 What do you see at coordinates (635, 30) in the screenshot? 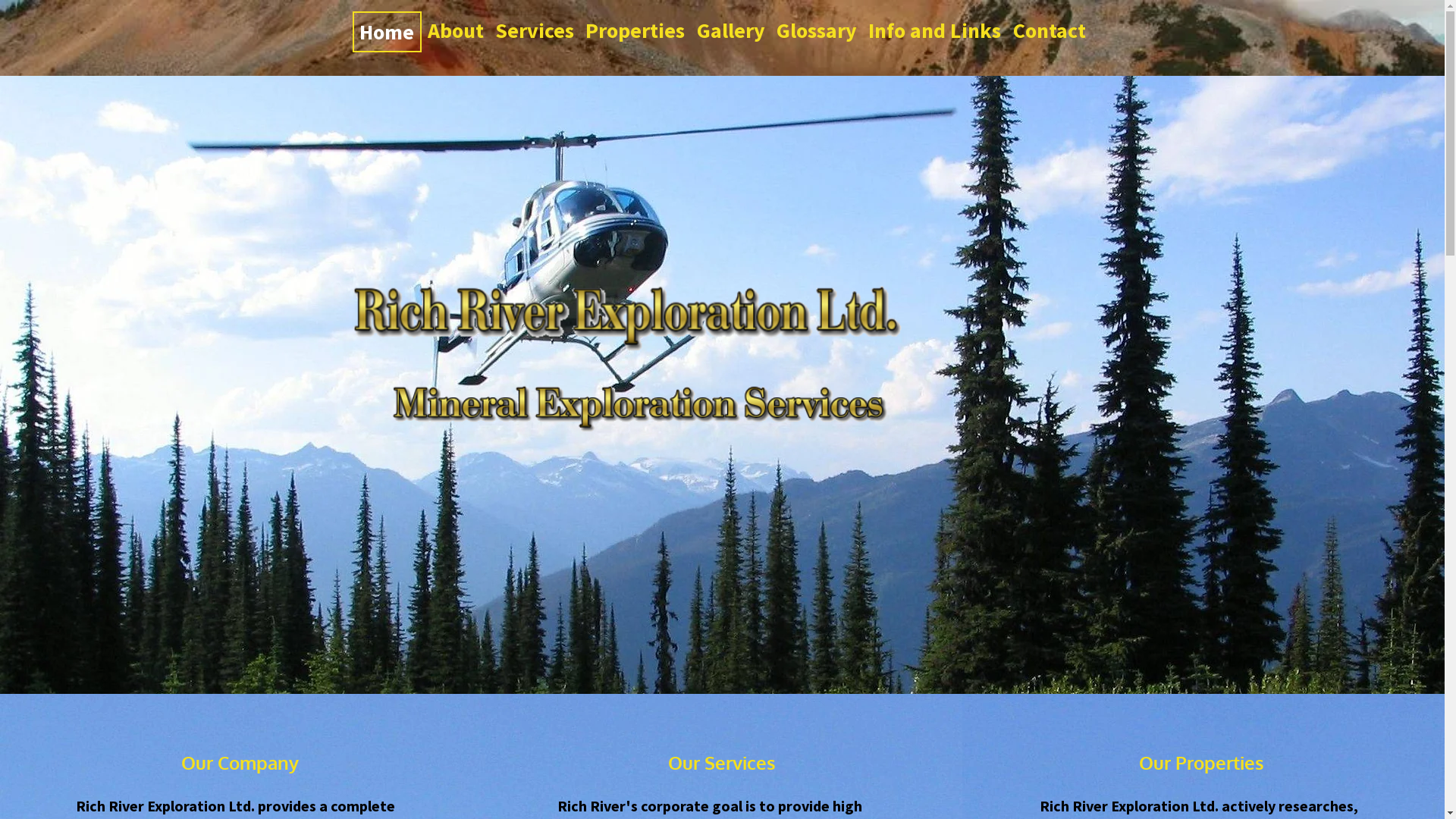
I see `'Properties'` at bounding box center [635, 30].